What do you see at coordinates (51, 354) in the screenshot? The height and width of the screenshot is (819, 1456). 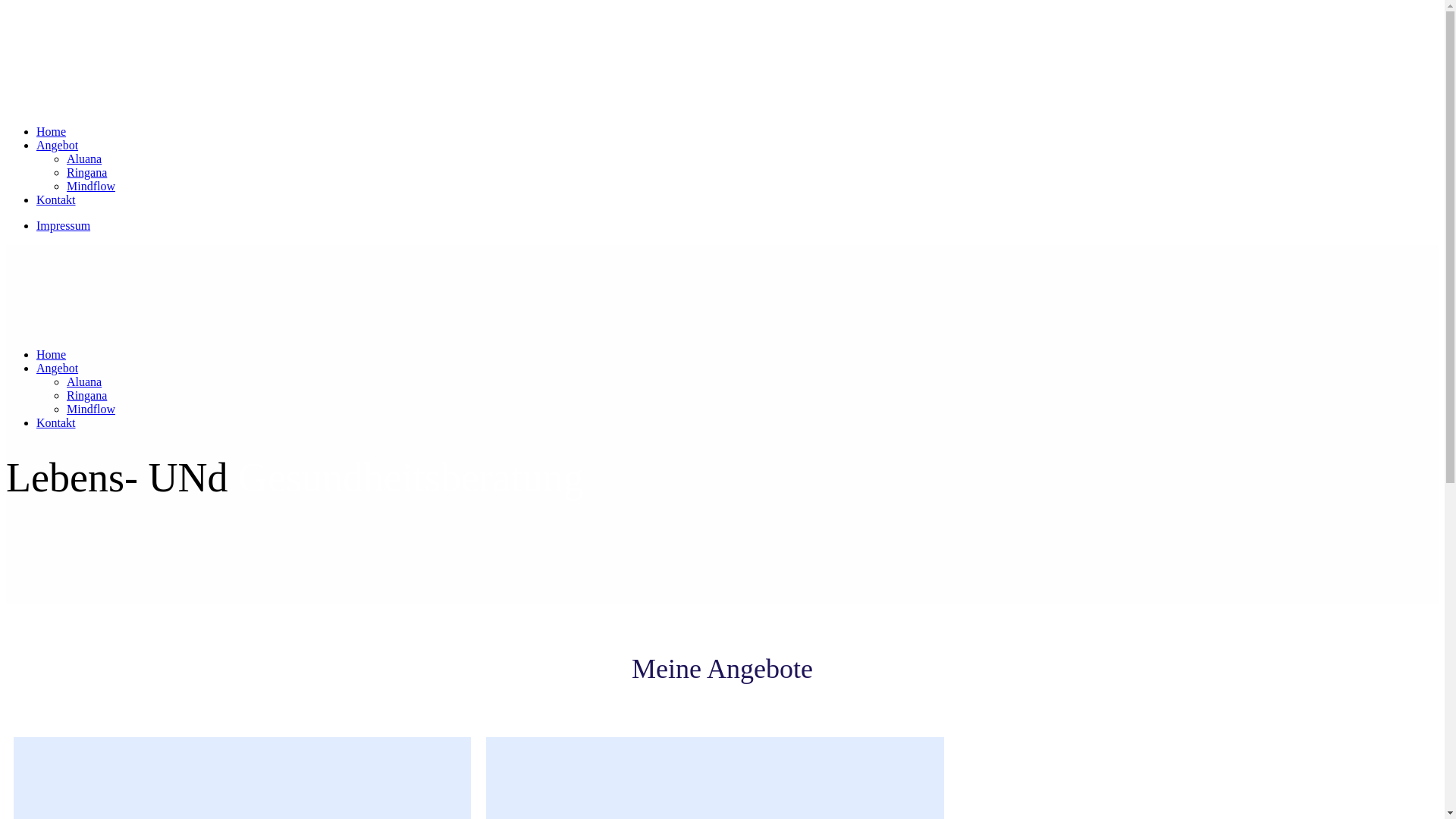 I see `'Home'` at bounding box center [51, 354].